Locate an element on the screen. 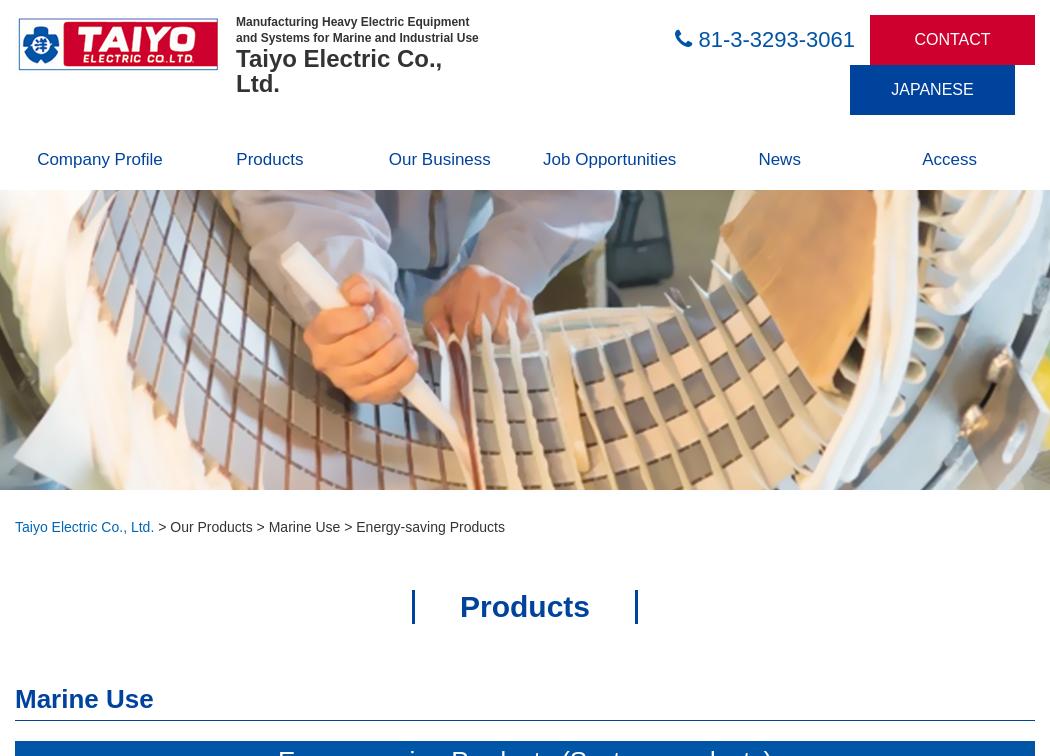 This screenshot has width=1050, height=756. 'Manufacturing Heavy Electric Equipment and Systems for Marine and Industrial Use' is located at coordinates (356, 29).